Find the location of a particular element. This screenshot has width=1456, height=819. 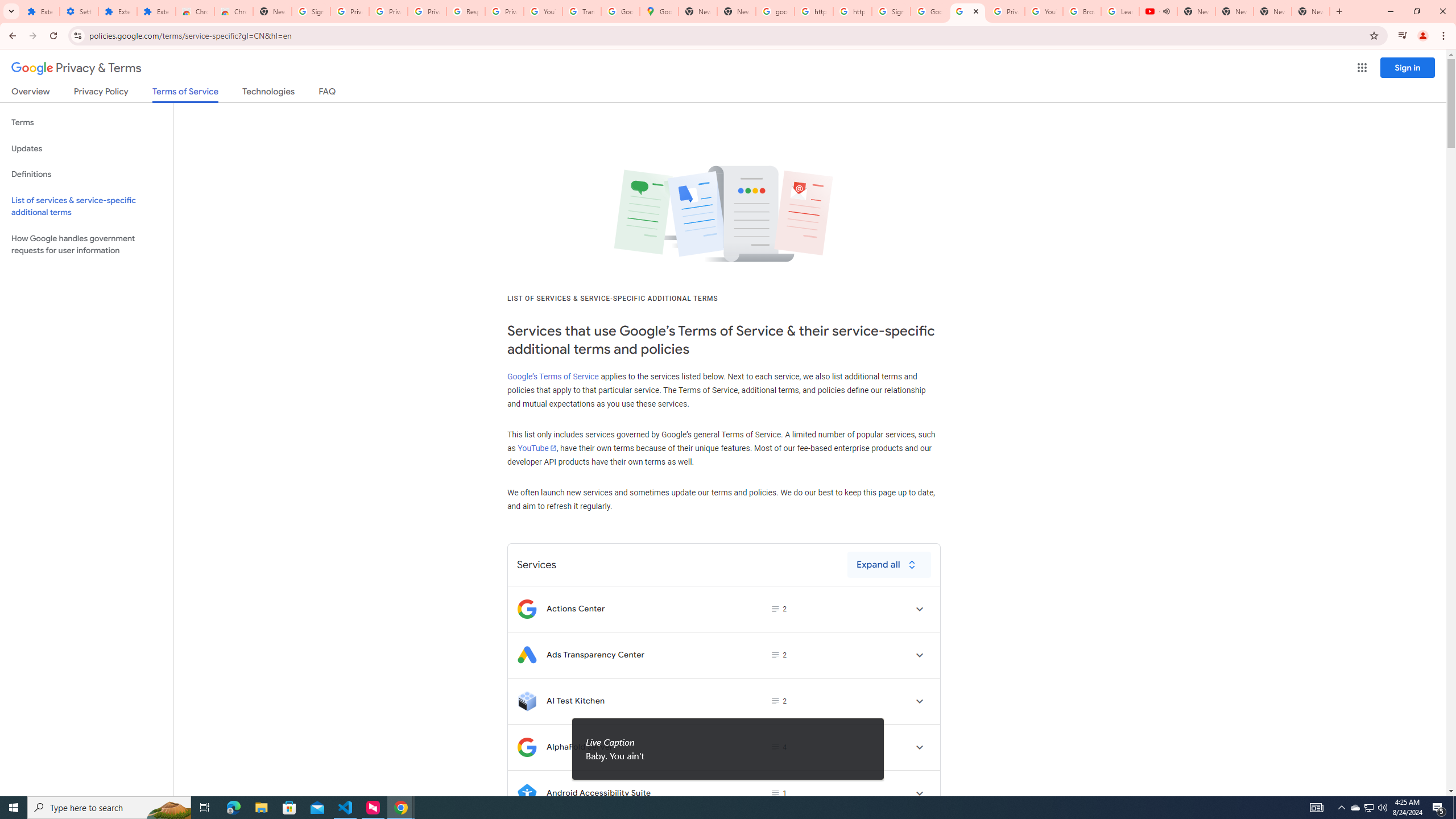

'https://scholar.google.com/' is located at coordinates (813, 11).